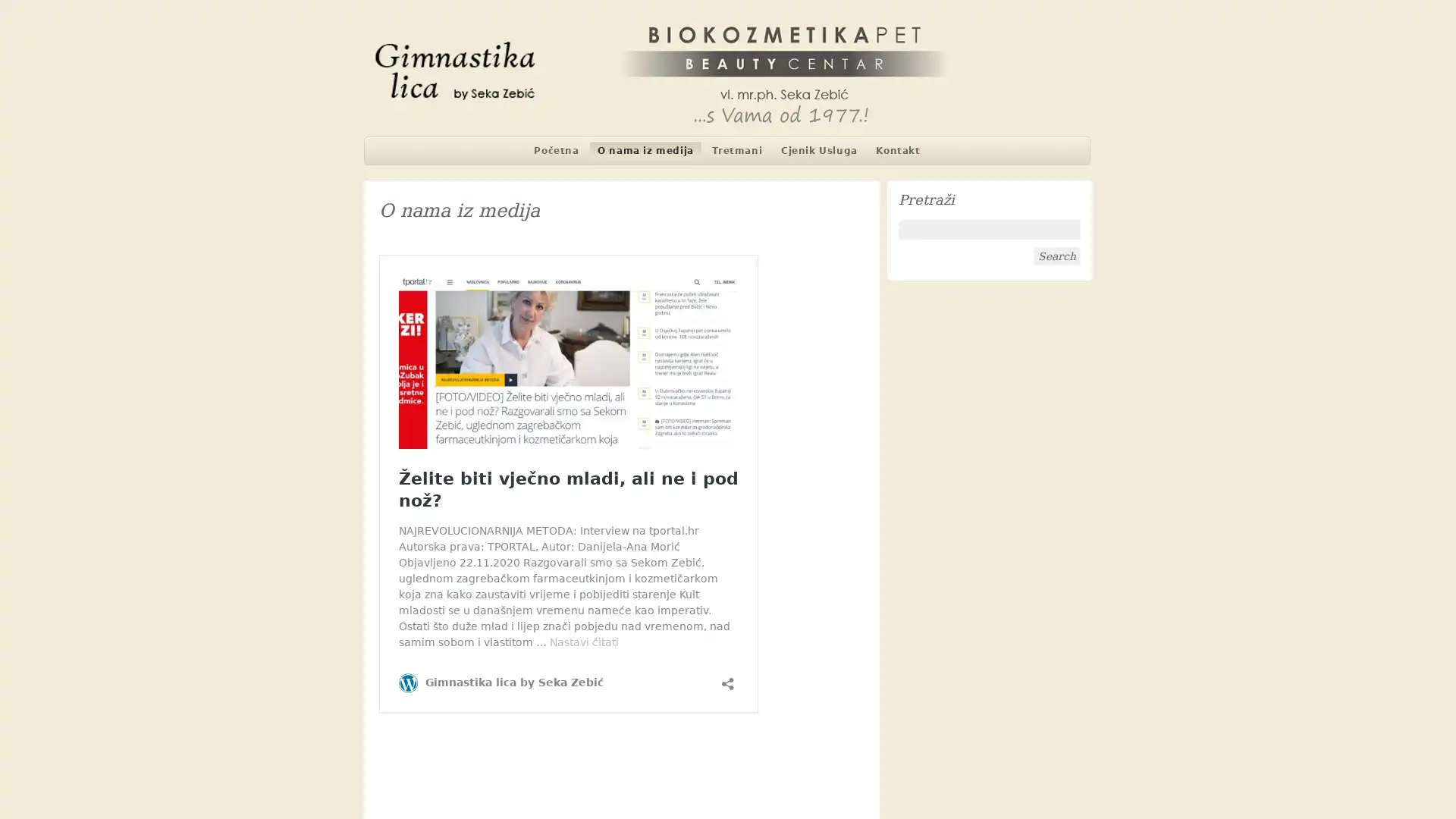  Describe the element at coordinates (1056, 256) in the screenshot. I see `Search` at that location.